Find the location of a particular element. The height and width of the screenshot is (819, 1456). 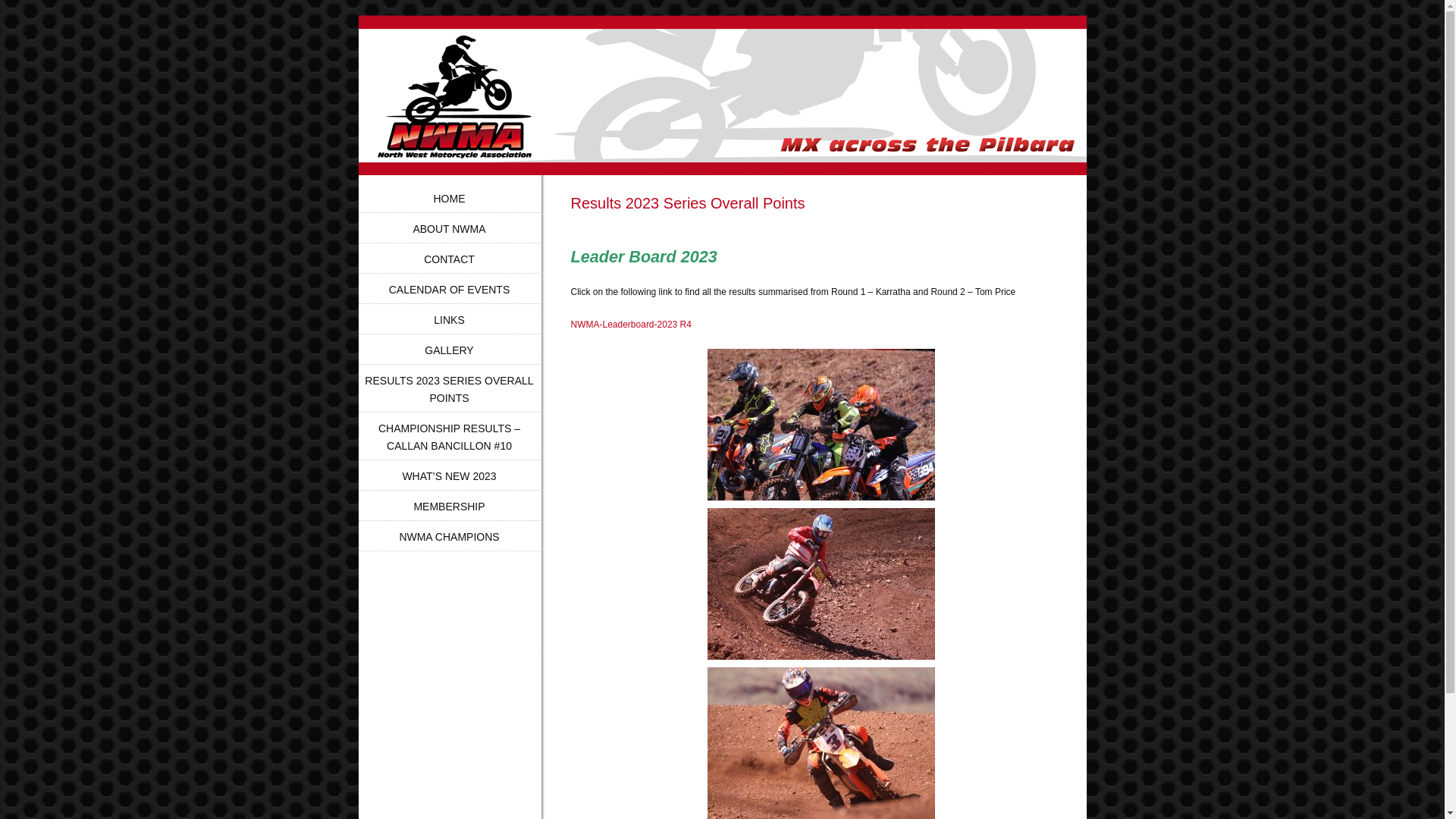

'NWMA CHAMPIONS' is located at coordinates (399, 536).